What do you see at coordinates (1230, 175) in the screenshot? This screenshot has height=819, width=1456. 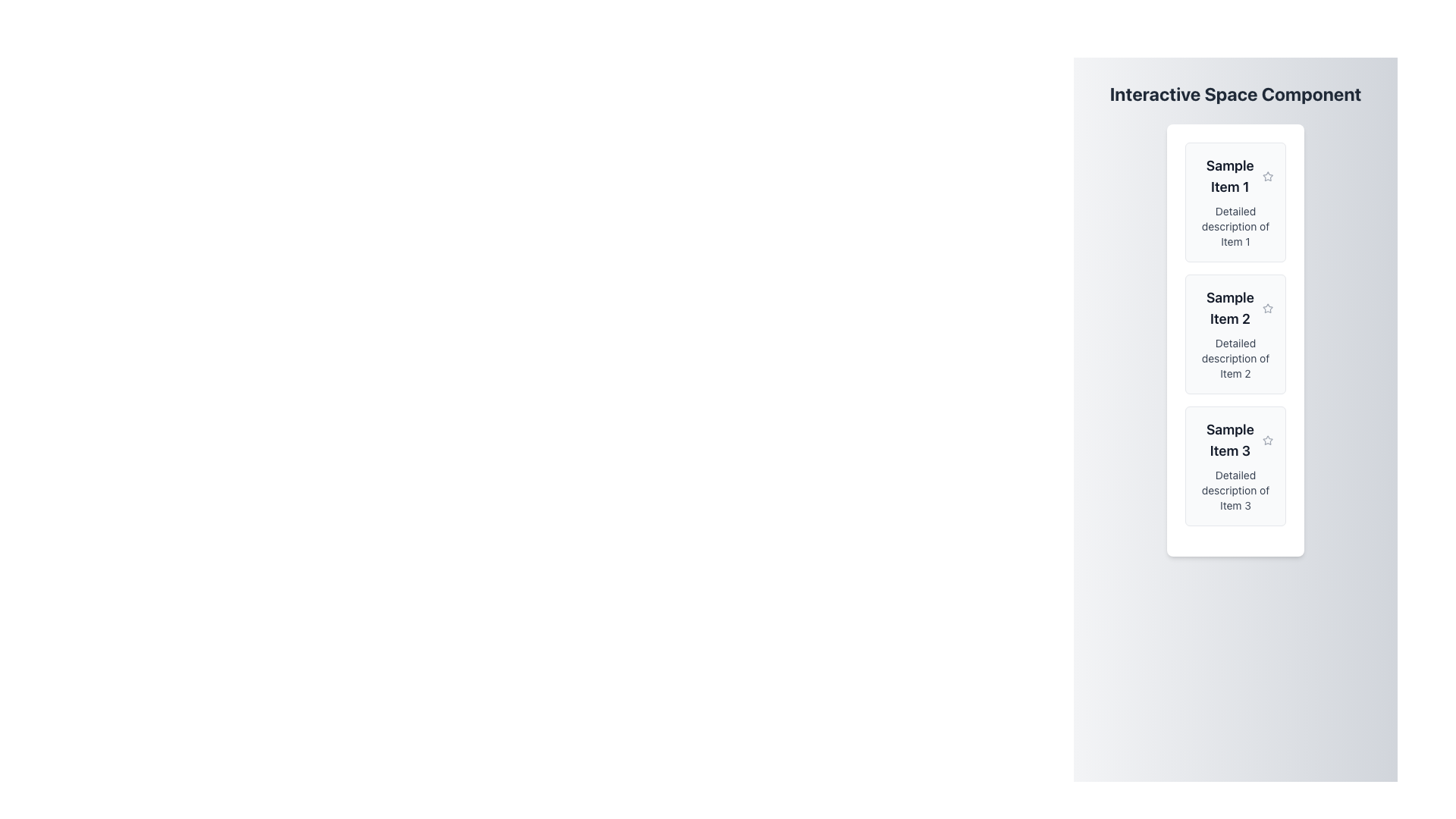 I see `the text label displaying 'Sample Item 1' which is bold and located at the top of the vertical list of items` at bounding box center [1230, 175].